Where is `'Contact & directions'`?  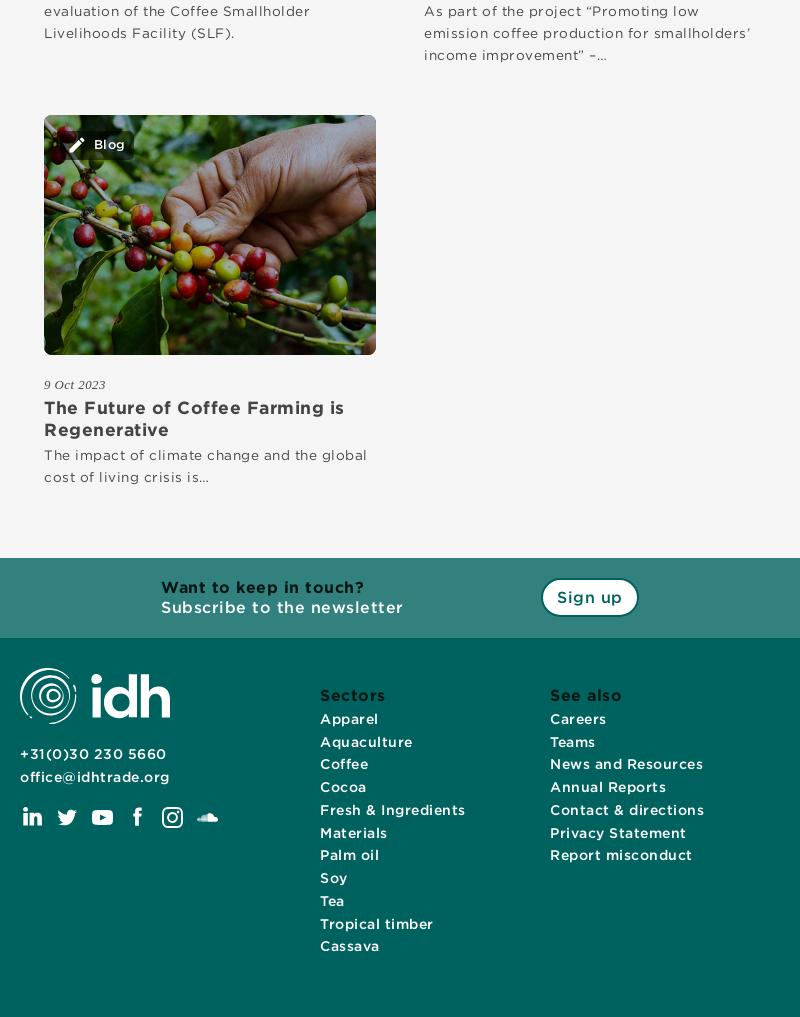
'Contact & directions' is located at coordinates (626, 808).